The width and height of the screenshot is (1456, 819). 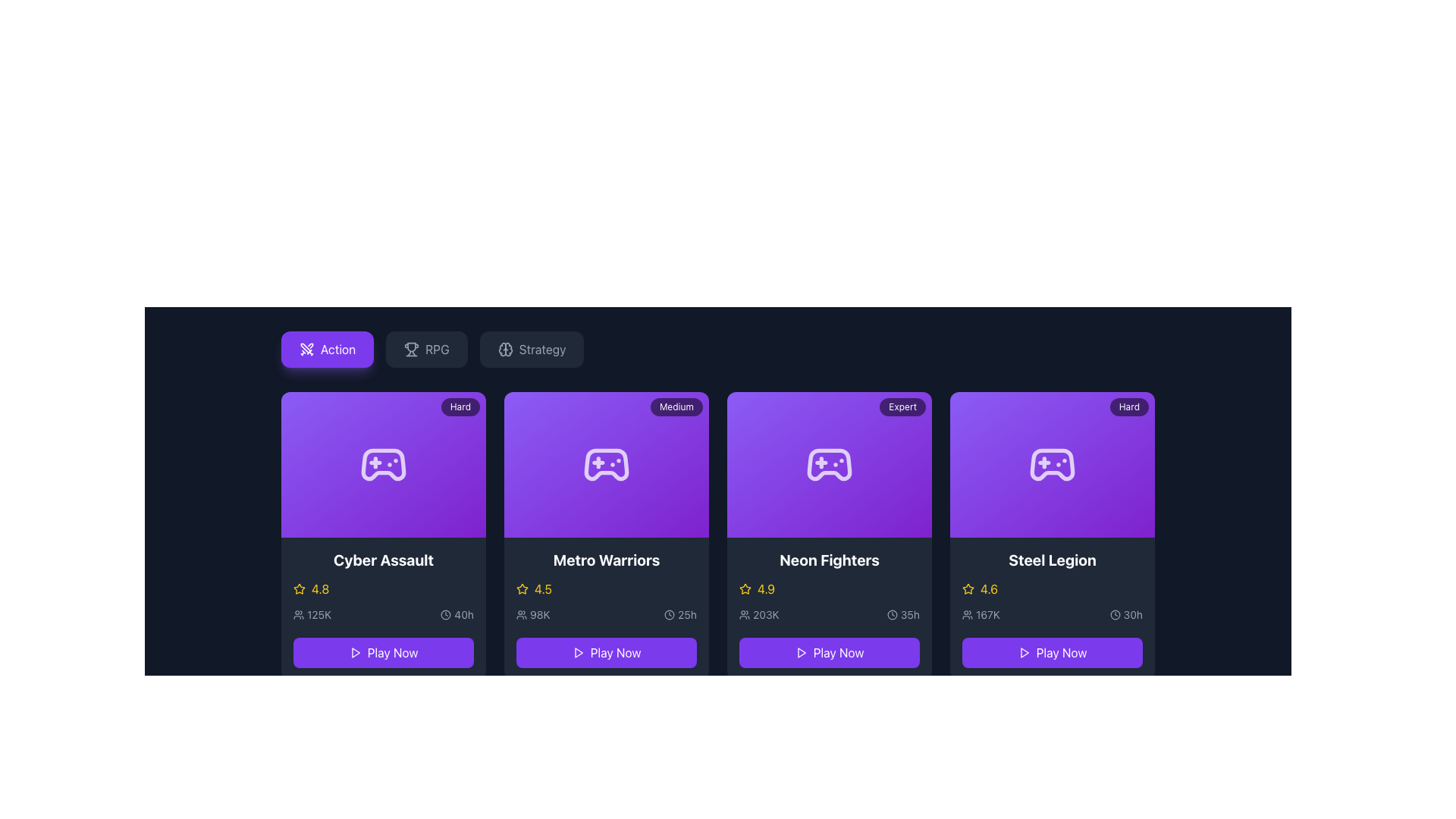 What do you see at coordinates (1051, 464) in the screenshot?
I see `the gaming feature icon located in the fourth card from the left, identified as 'Steel Legion', within the grid layout of game cards` at bounding box center [1051, 464].